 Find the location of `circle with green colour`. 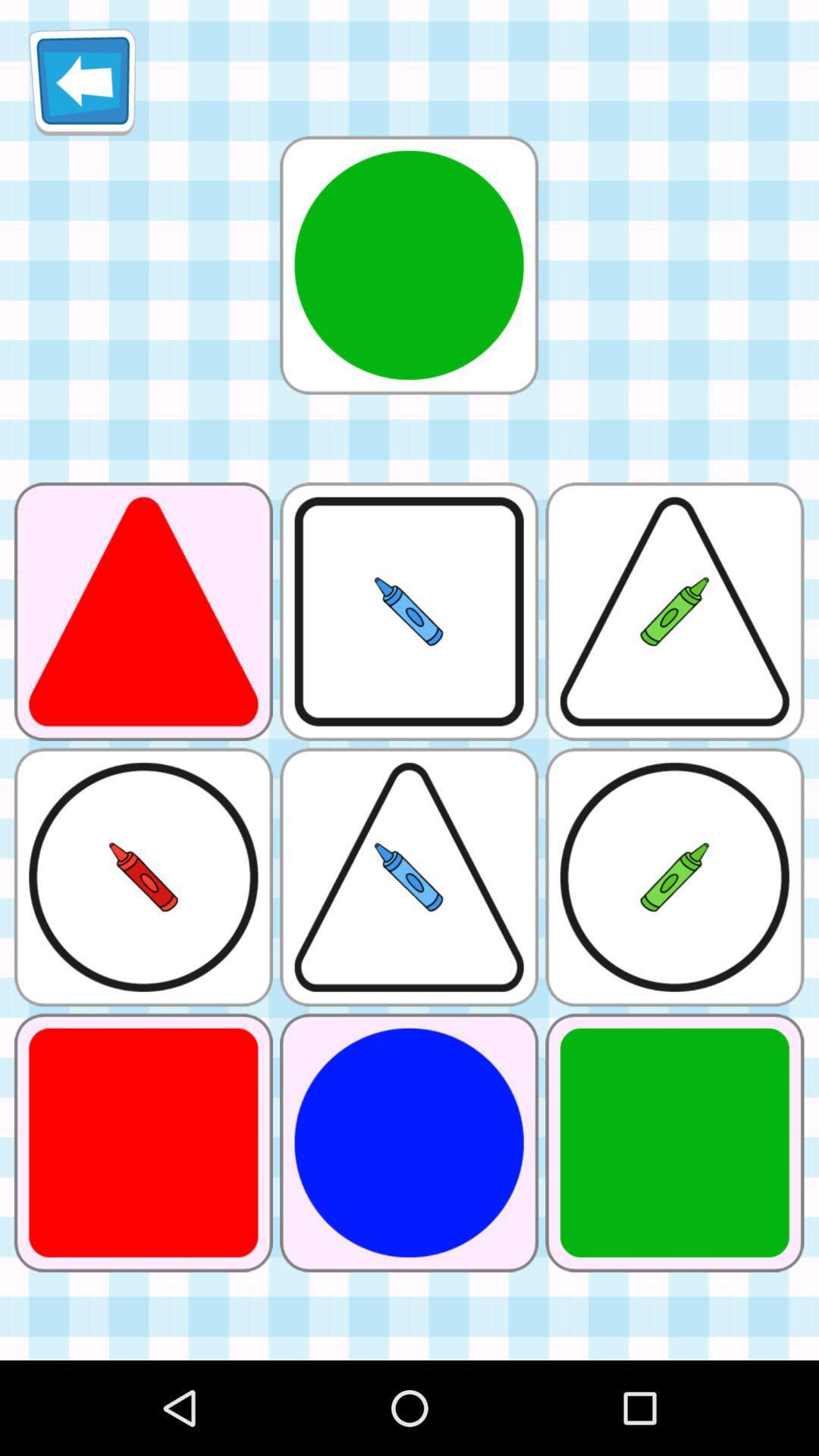

circle with green colour is located at coordinates (408, 265).